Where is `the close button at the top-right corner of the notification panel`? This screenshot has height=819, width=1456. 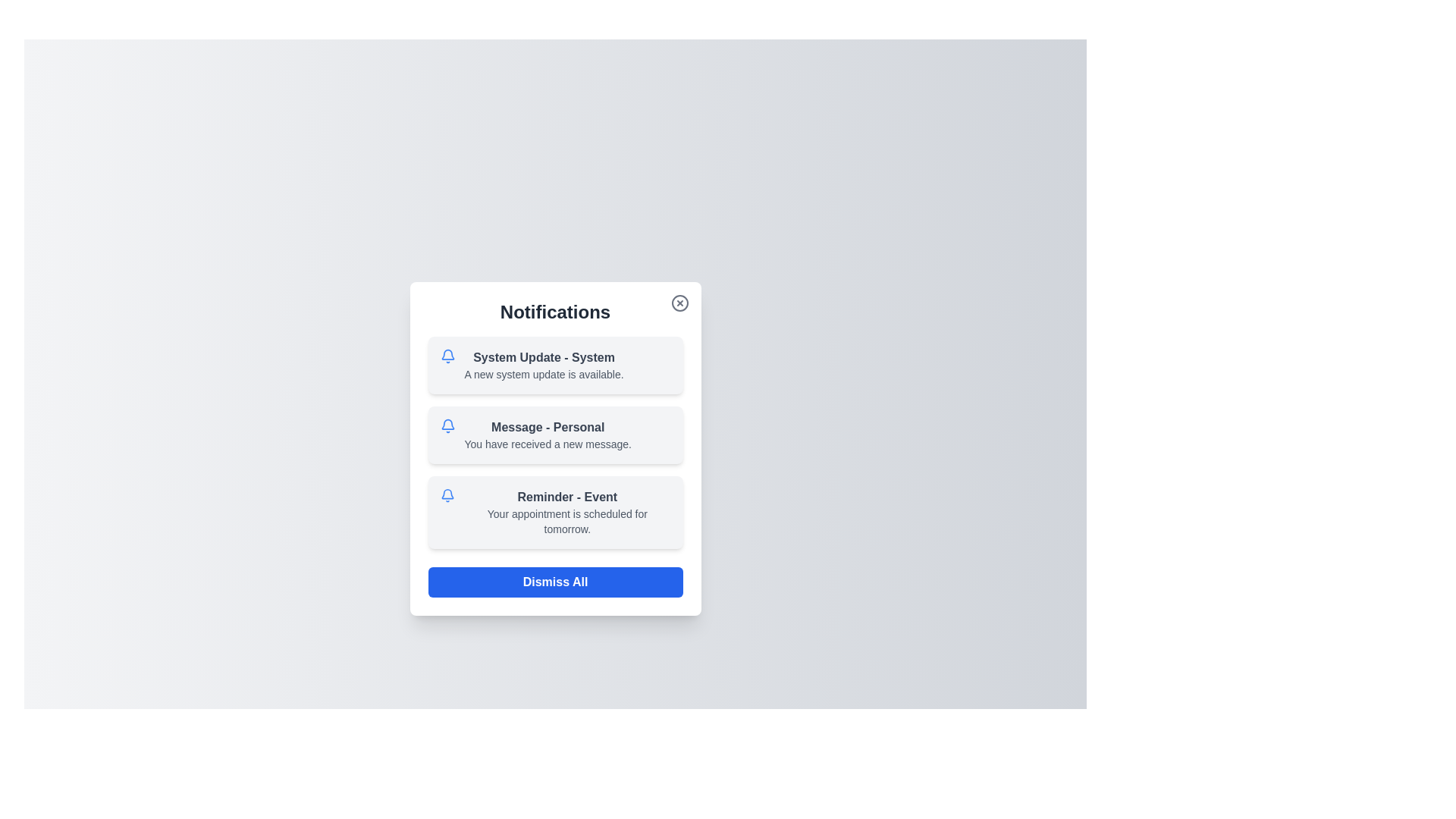
the close button at the top-right corner of the notification panel is located at coordinates (679, 303).